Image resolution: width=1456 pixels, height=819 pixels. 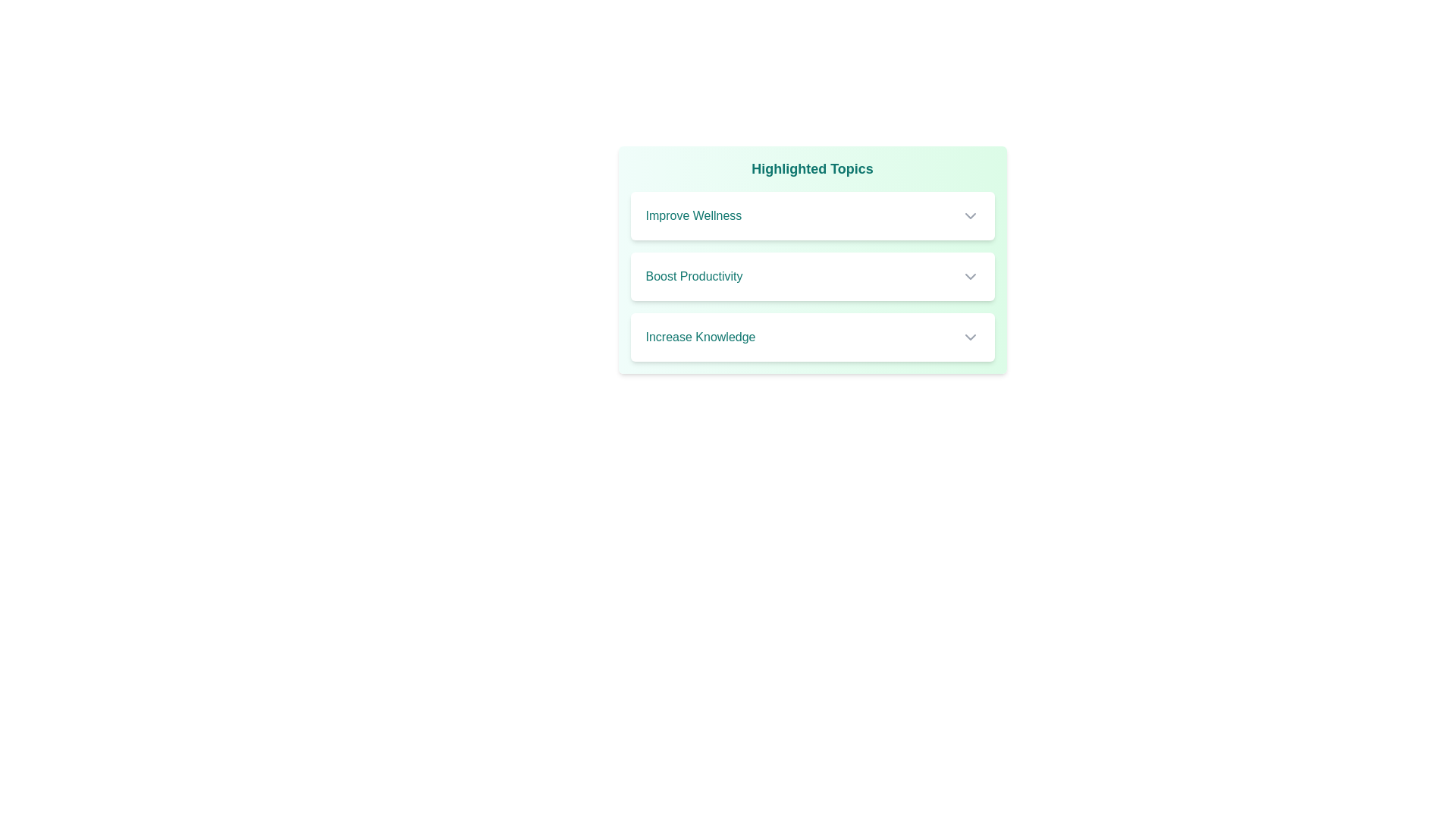 I want to click on the 'Improve Wellness' text label, which is a medium-sized, teal-colored font and the first item in a vertical list within the 'Highlighted Topics' section, so click(x=692, y=216).